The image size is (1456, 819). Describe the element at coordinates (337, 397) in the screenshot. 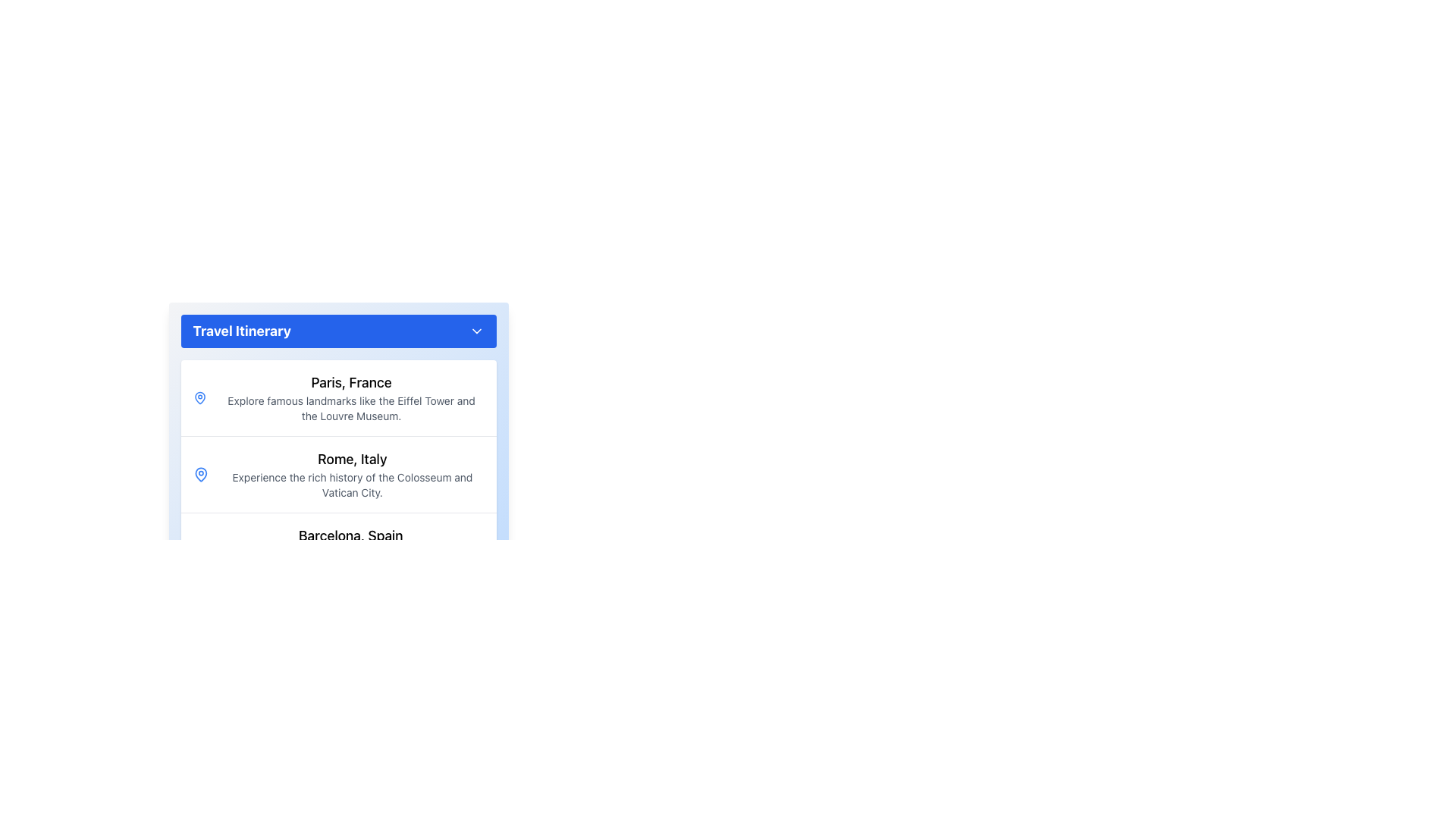

I see `the Information Card displaying travel information for 'Paris, France', which includes a title in bold and a description about landmarks` at that location.